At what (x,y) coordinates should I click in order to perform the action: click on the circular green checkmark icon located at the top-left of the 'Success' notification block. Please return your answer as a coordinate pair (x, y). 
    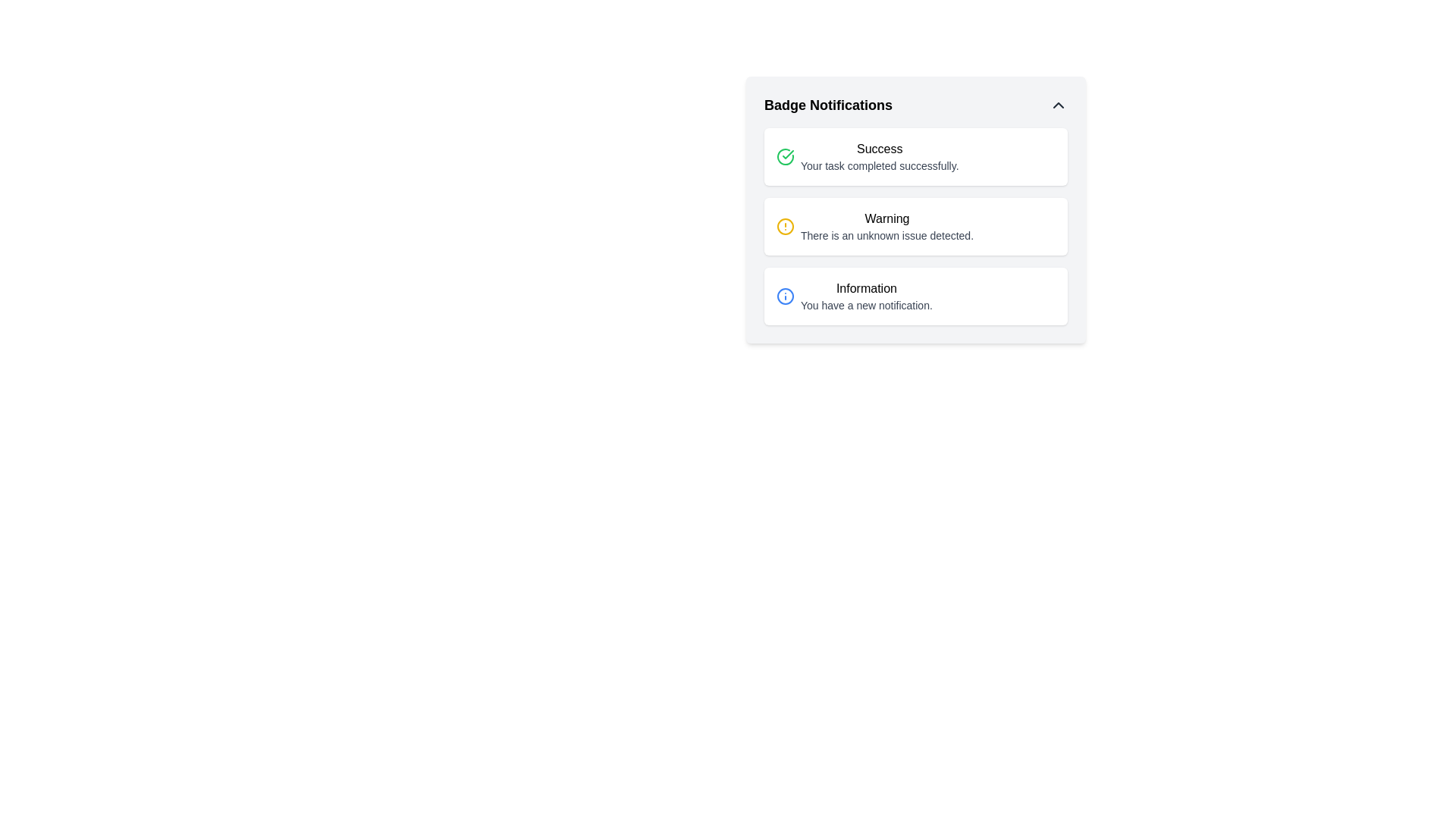
    Looking at the image, I should click on (786, 157).